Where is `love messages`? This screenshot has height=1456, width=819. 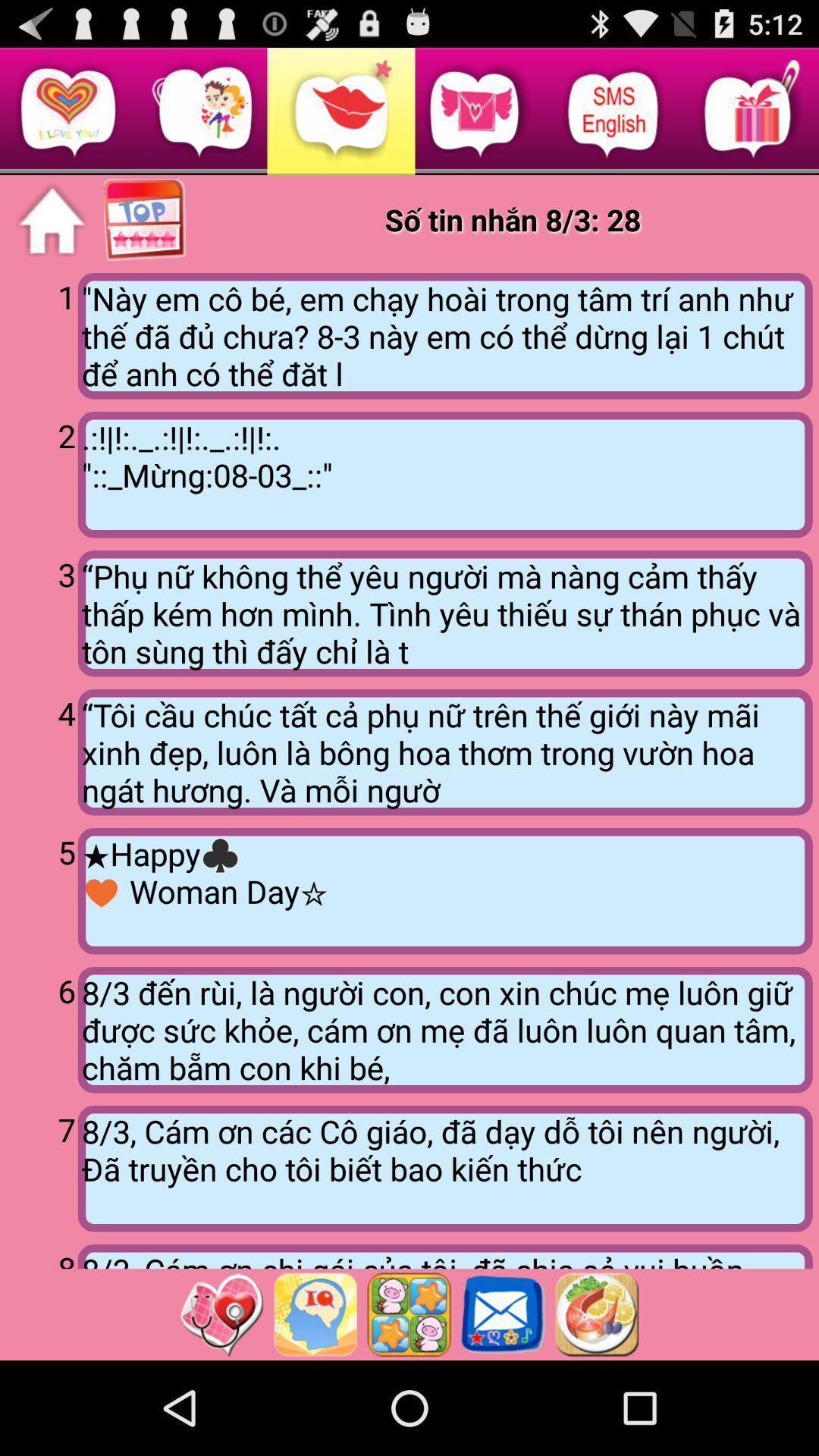
love messages is located at coordinates (51, 220).